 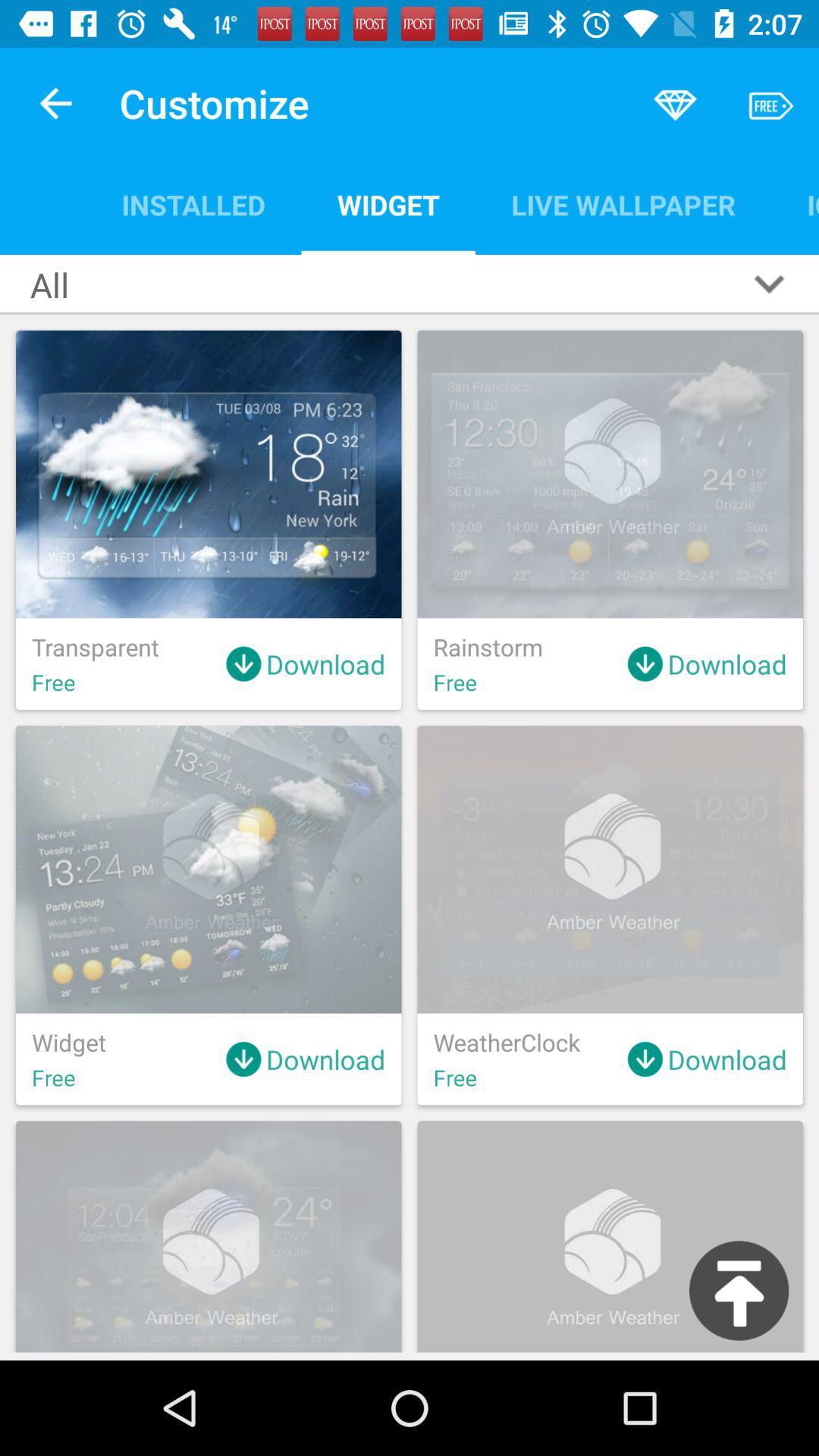 I want to click on app to the left of customize item, so click(x=55, y=102).